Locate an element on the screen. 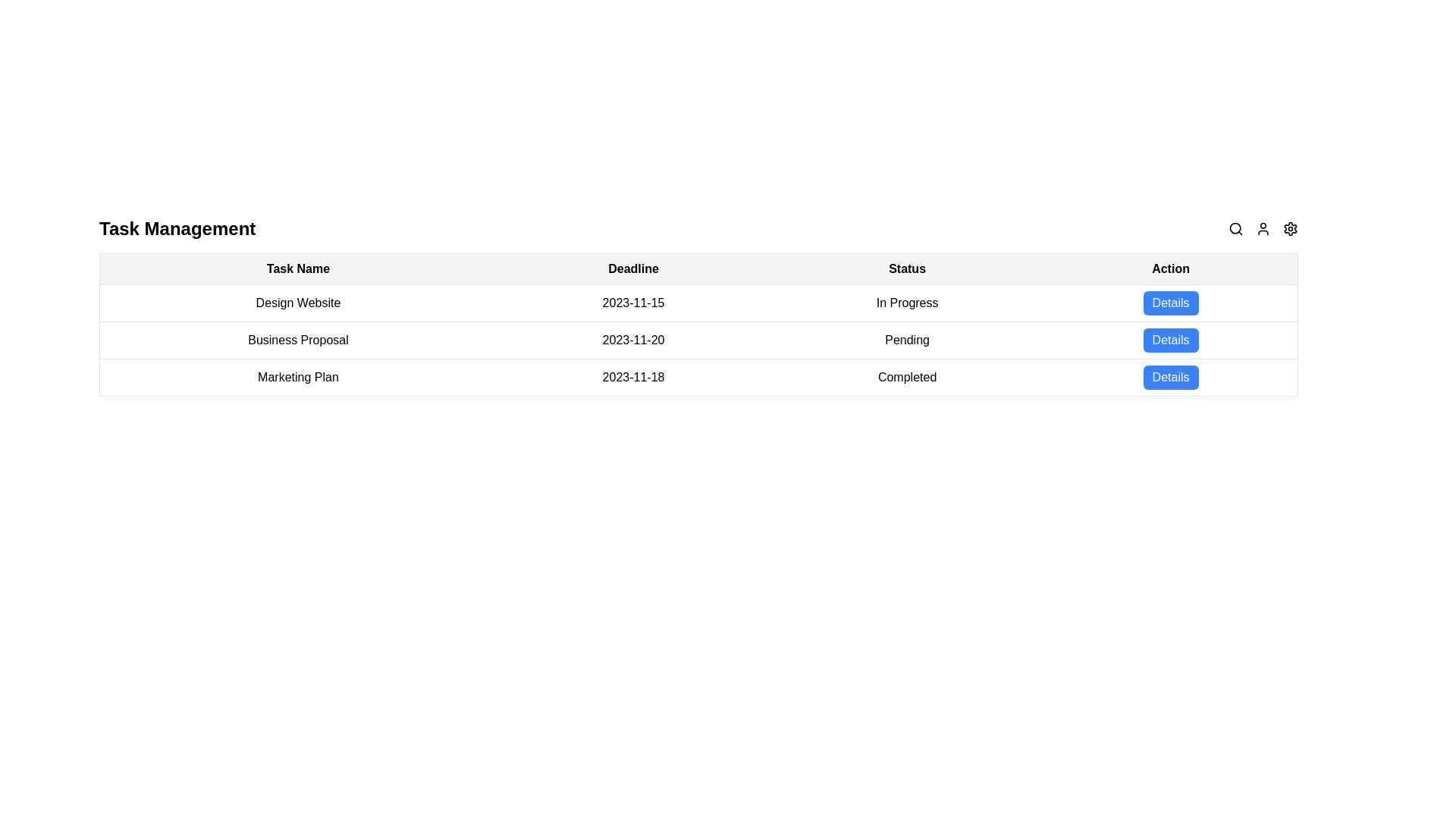 The width and height of the screenshot is (1456, 819). the button in the 'Action' column of the table row for the 'Business Proposal' task is located at coordinates (1170, 339).